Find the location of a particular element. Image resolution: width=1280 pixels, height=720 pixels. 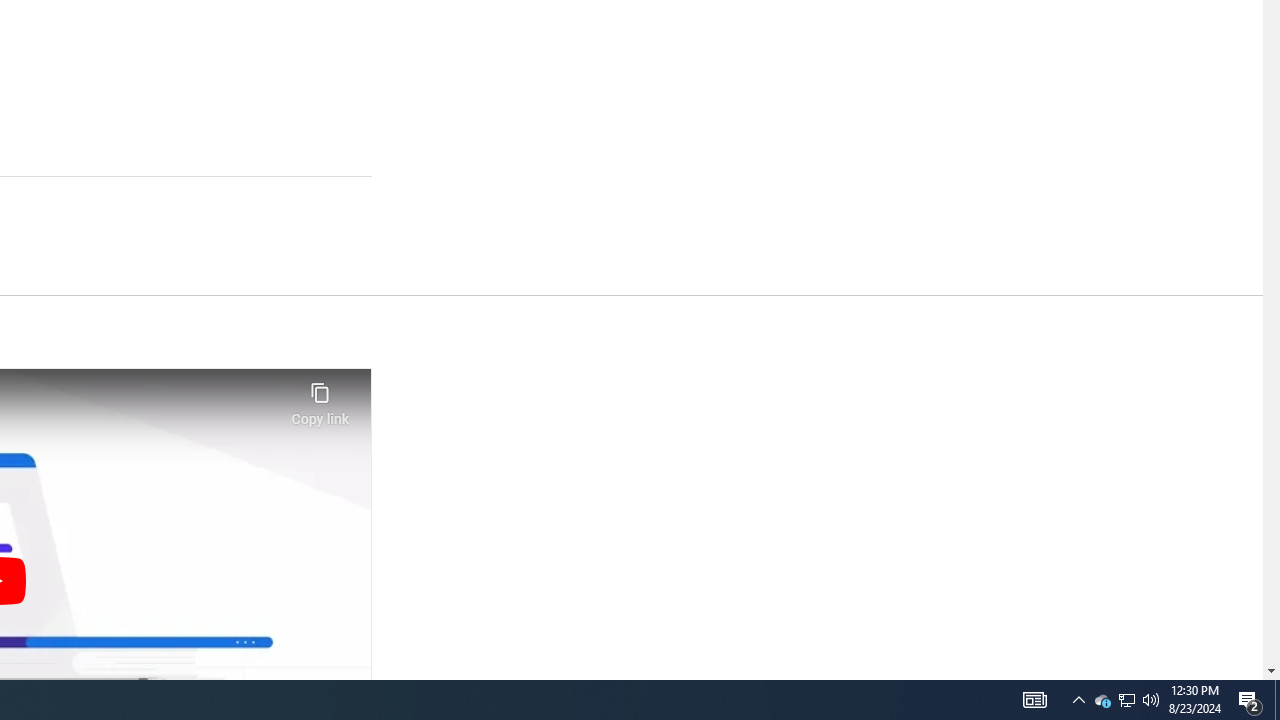

'Copy link' is located at coordinates (320, 398).